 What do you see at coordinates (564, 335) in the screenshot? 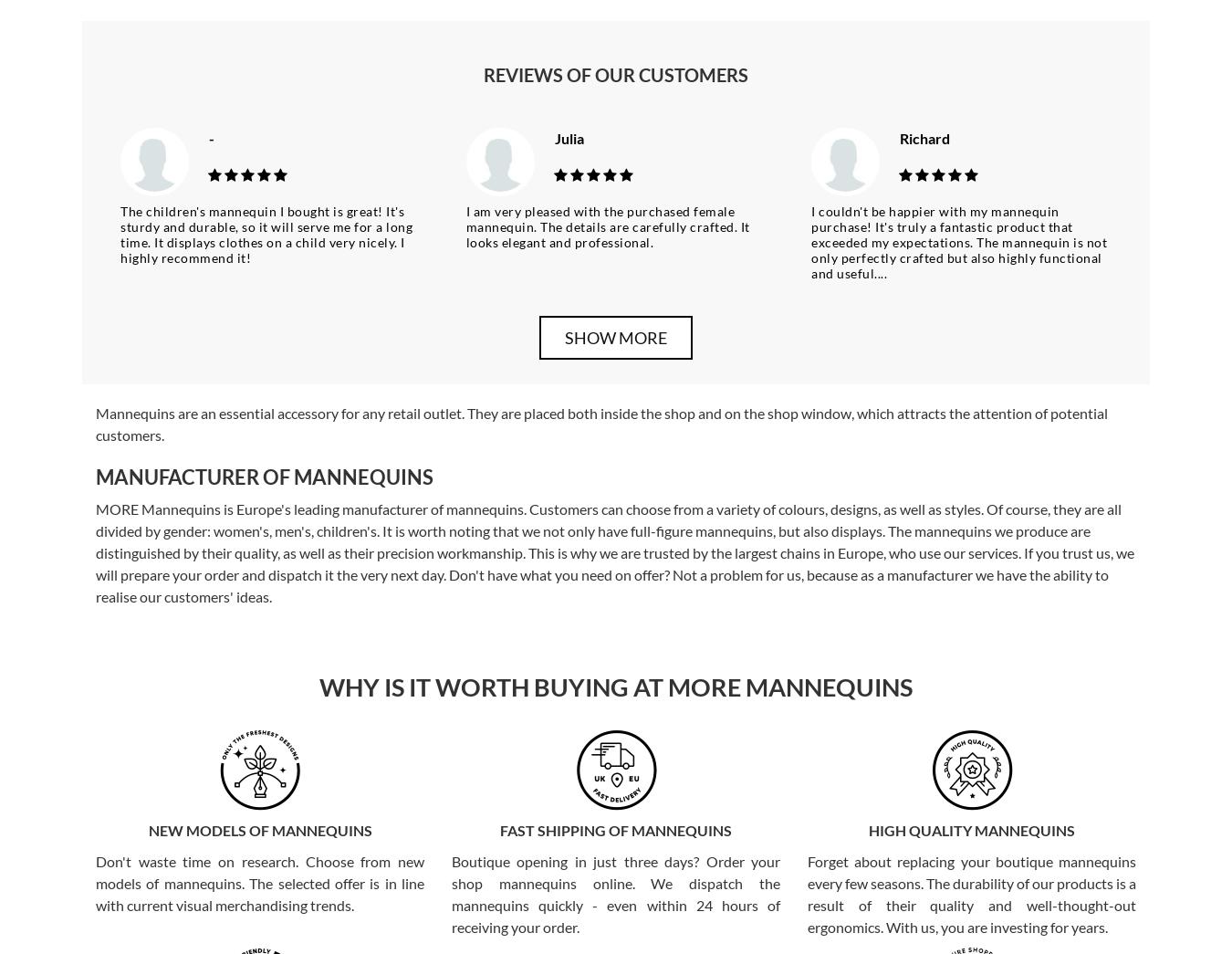
I see `'Show more'` at bounding box center [564, 335].